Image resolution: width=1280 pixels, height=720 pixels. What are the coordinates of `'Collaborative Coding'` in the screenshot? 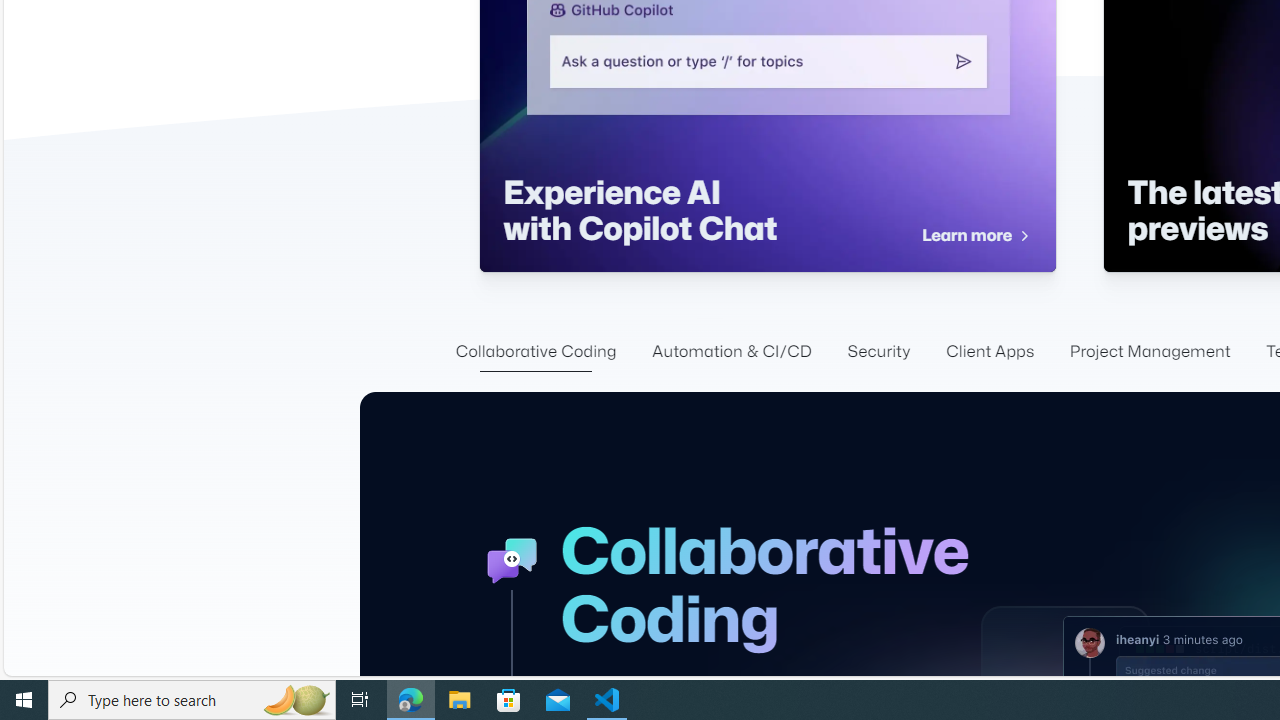 It's located at (535, 351).